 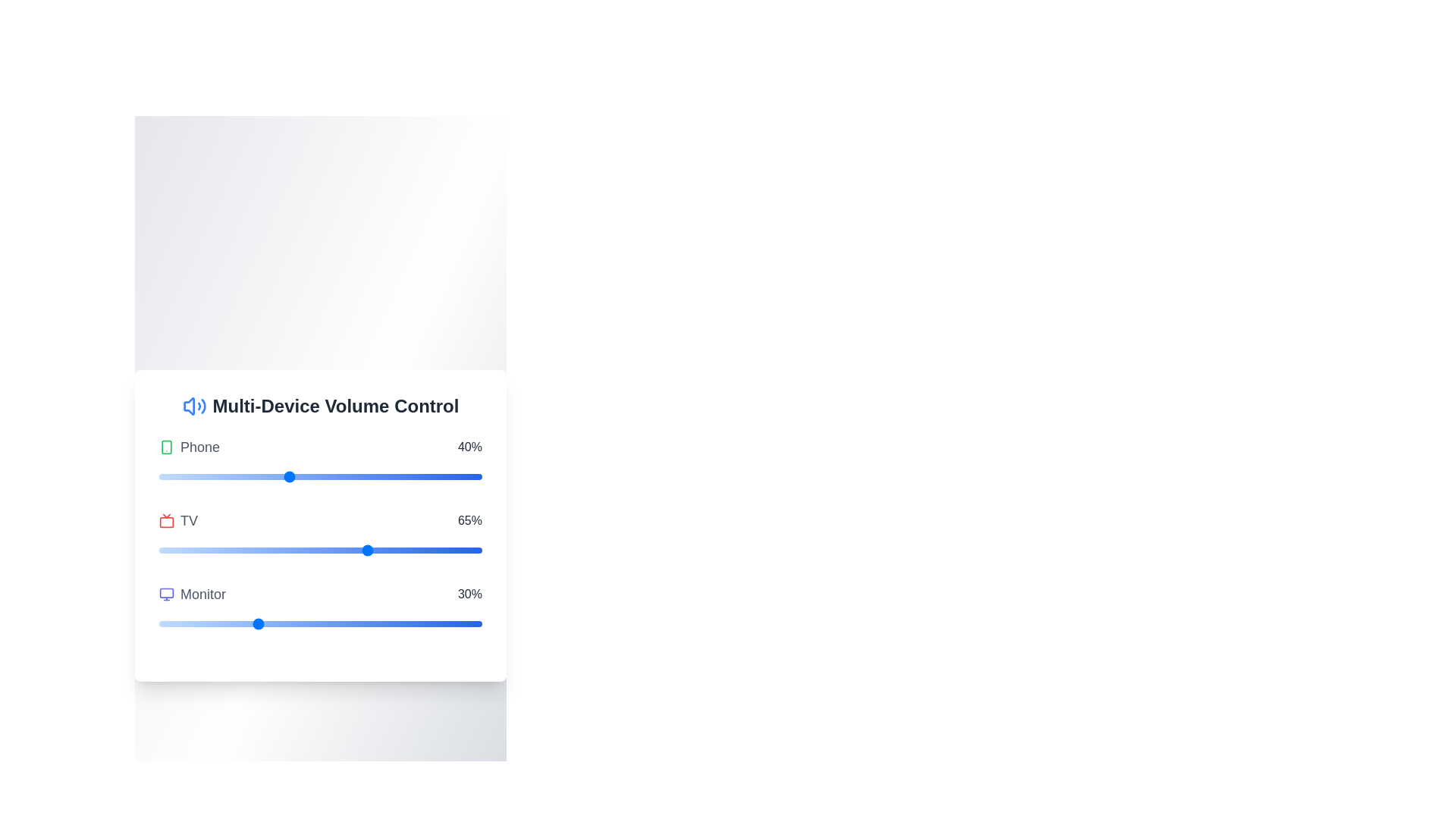 What do you see at coordinates (159, 475) in the screenshot?
I see `the volume slider` at bounding box center [159, 475].